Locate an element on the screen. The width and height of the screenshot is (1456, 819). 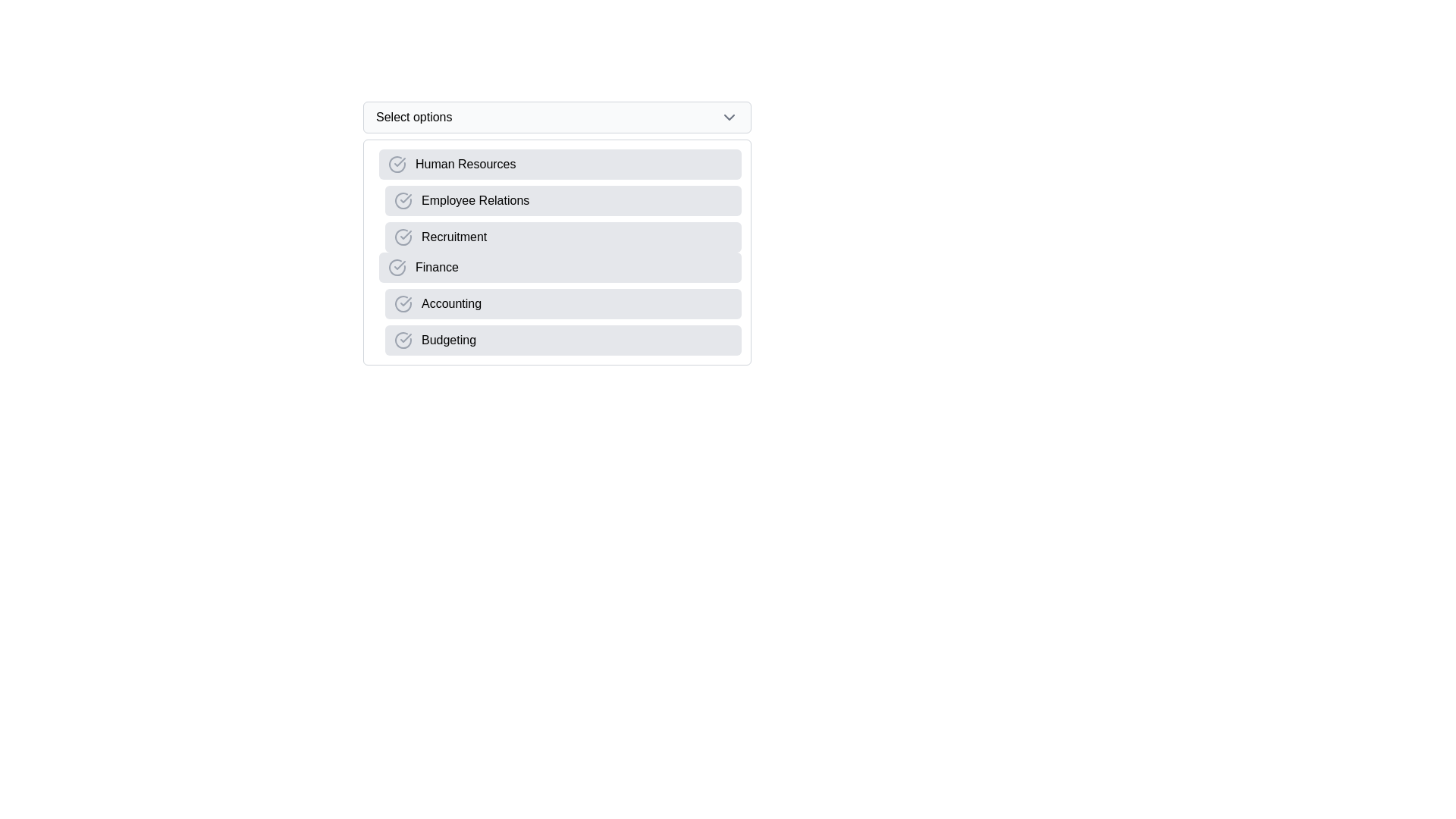
the 'Accounting' option in the finance-related topics list, which is the second item below 'Finance' and above 'Budgeting' is located at coordinates (560, 304).